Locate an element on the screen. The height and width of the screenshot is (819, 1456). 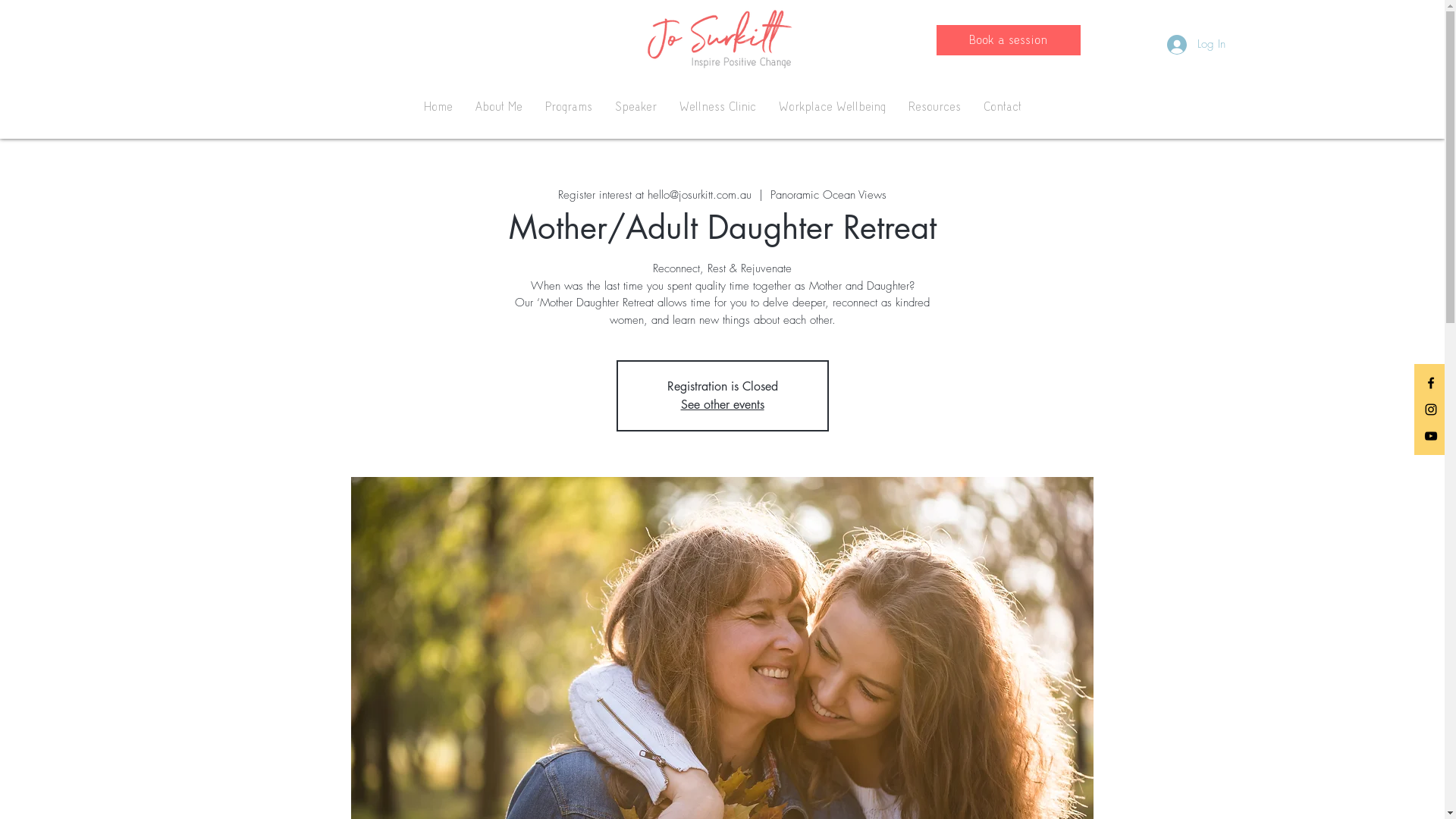
'About Me' is located at coordinates (498, 106).